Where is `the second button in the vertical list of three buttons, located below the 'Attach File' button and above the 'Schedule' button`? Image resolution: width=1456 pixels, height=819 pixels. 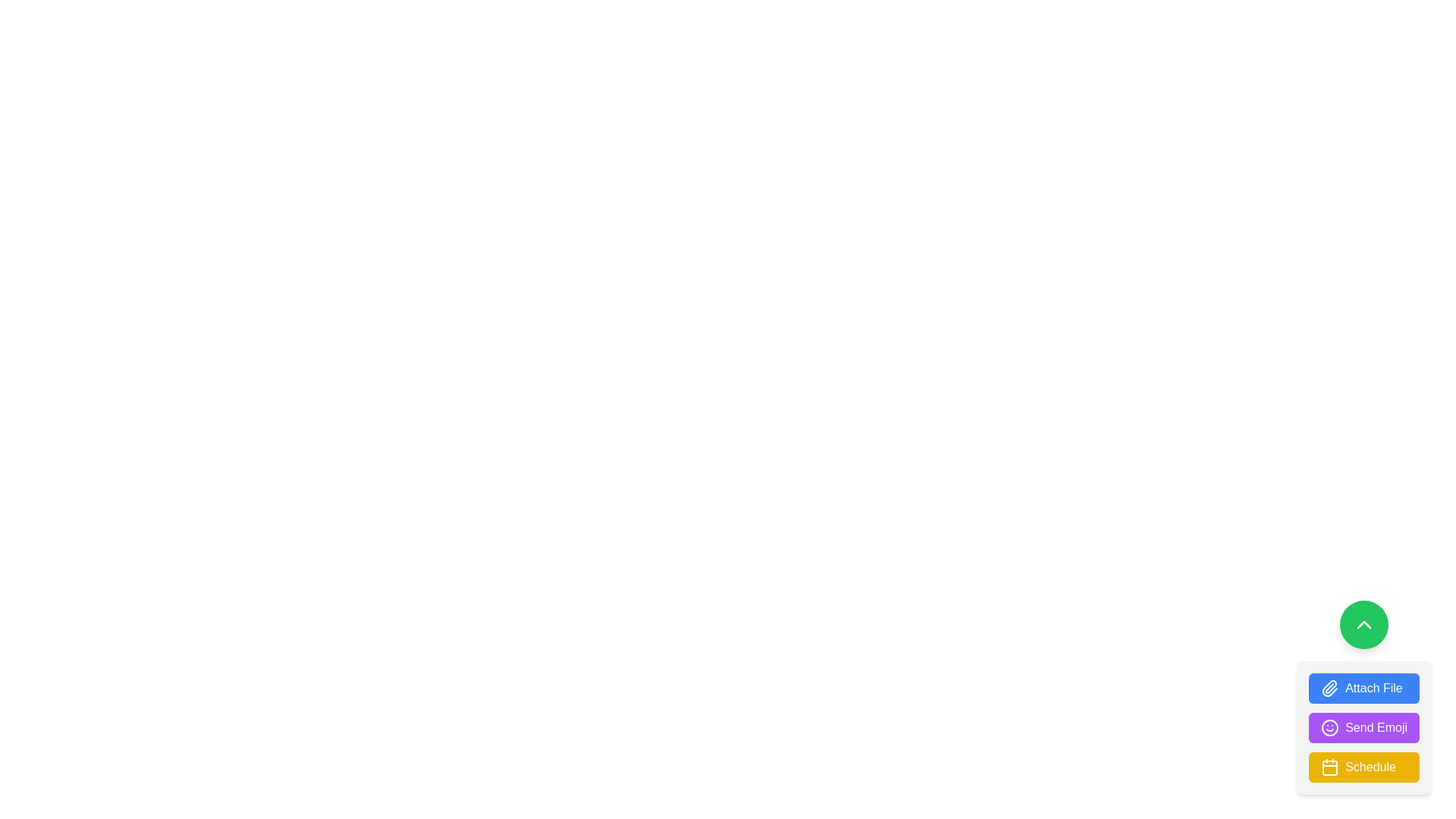 the second button in the vertical list of three buttons, located below the 'Attach File' button and above the 'Schedule' button is located at coordinates (1364, 727).